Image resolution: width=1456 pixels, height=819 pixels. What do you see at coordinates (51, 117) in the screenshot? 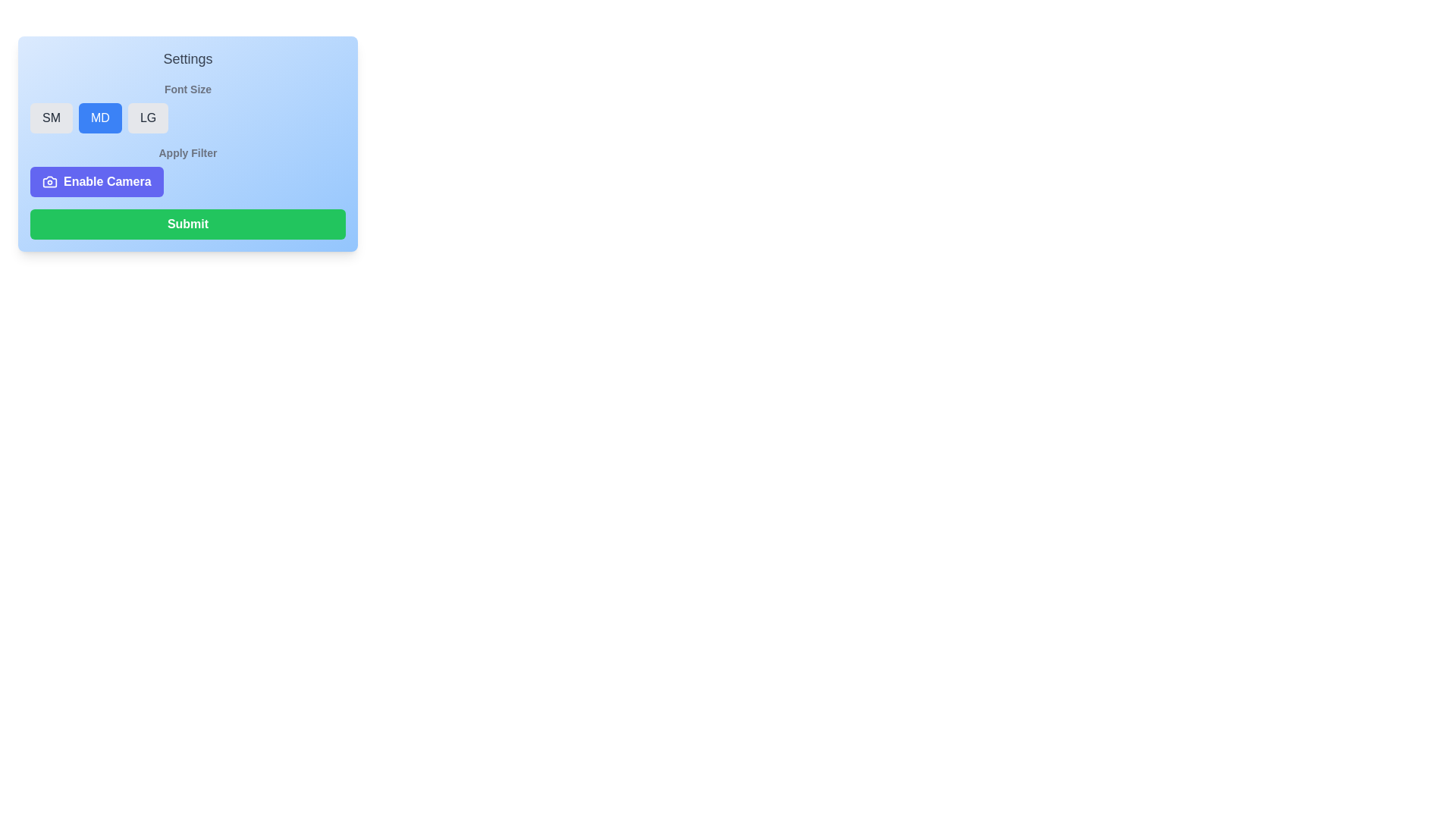
I see `the 'Small' font size button located in the upper-left area of the 'Font Size' section` at bounding box center [51, 117].